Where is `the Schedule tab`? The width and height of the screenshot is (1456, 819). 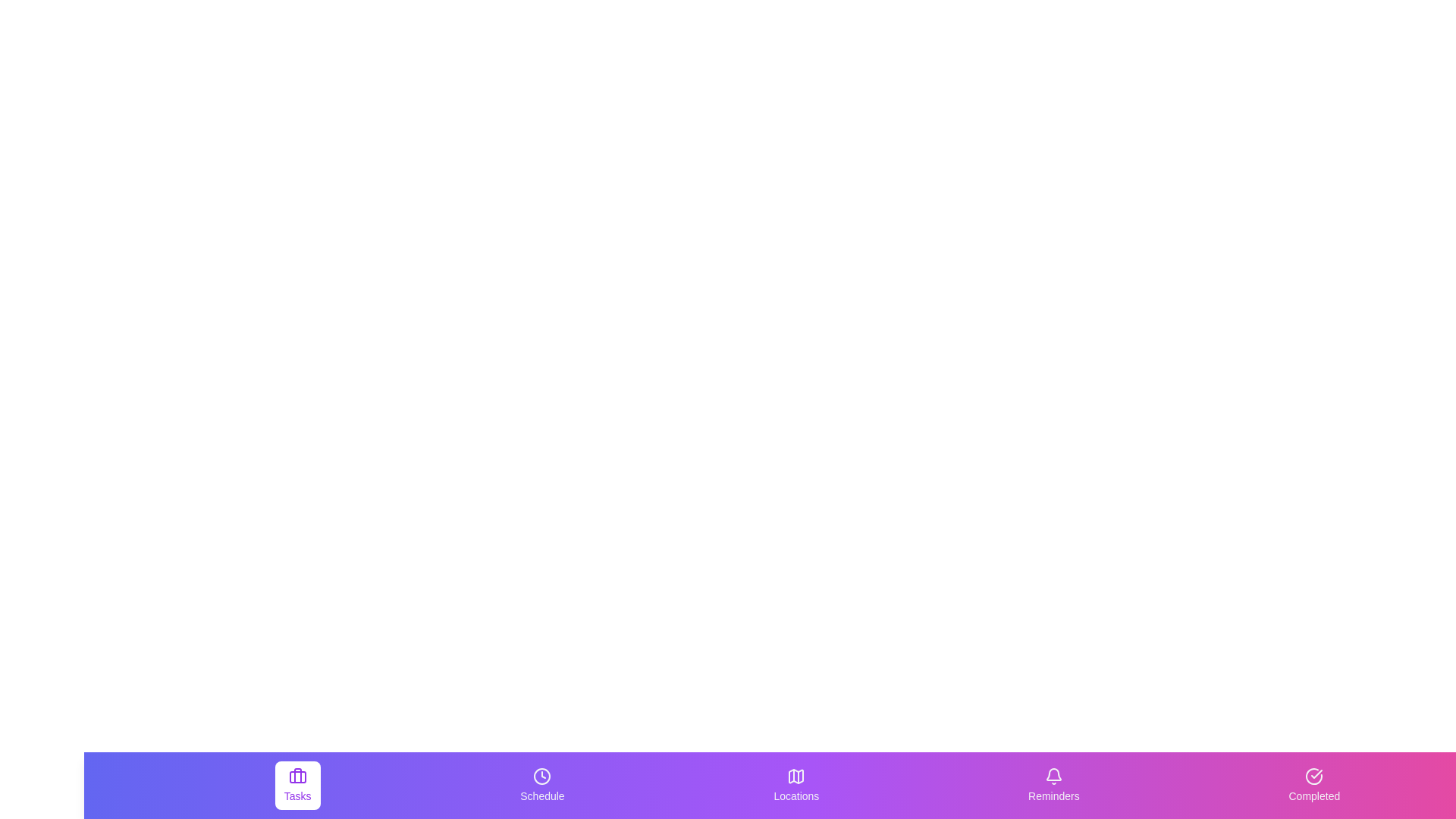
the Schedule tab is located at coordinates (542, 785).